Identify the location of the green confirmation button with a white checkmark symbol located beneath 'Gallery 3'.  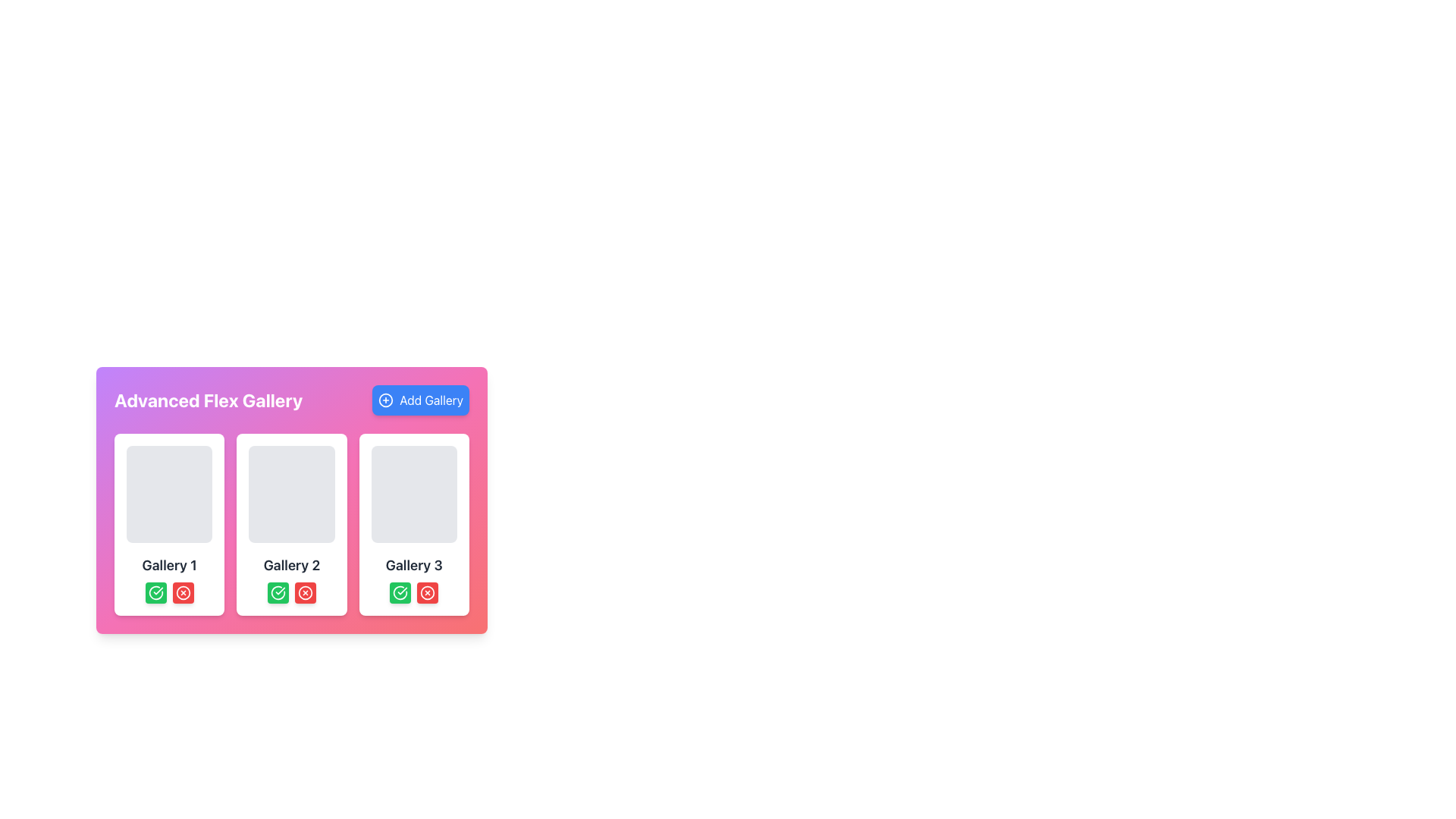
(400, 592).